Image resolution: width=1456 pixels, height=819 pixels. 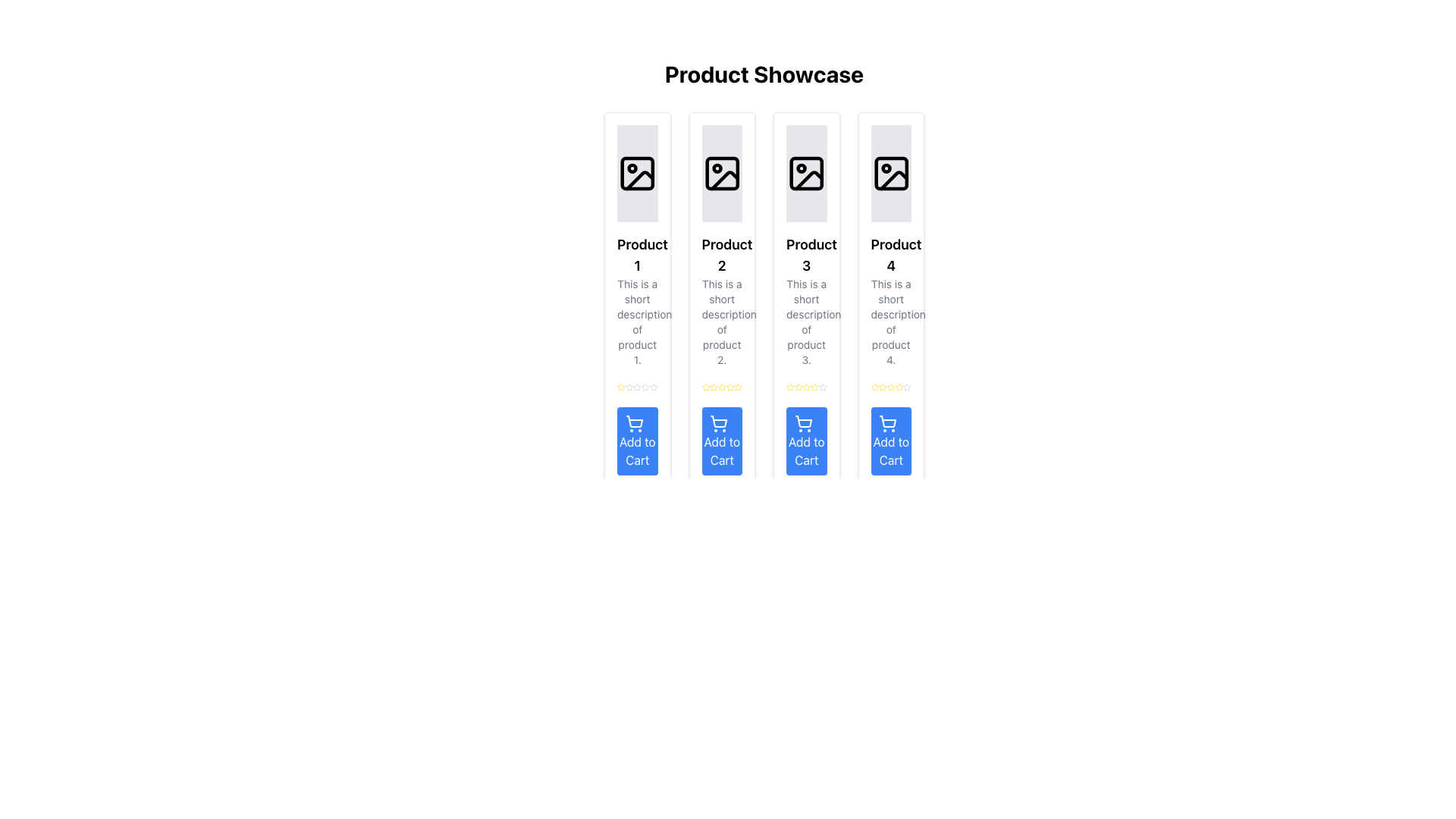 What do you see at coordinates (802, 423) in the screenshot?
I see `the shopping cart icon within the 'Add to Cart' button, located below the product description in the third column of the product grid` at bounding box center [802, 423].